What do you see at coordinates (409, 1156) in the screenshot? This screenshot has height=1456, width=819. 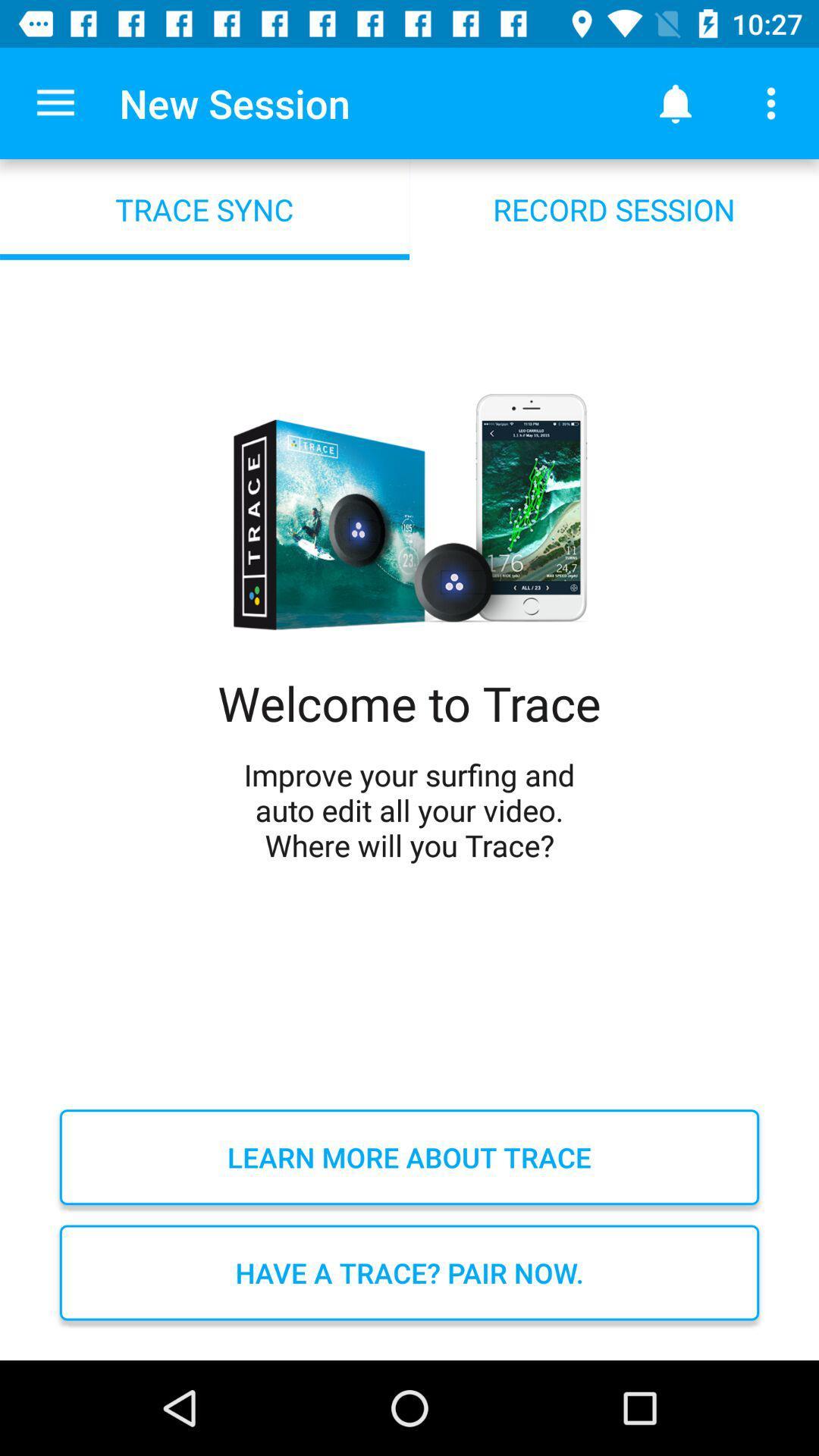 I see `icon below improve your surfing item` at bounding box center [409, 1156].